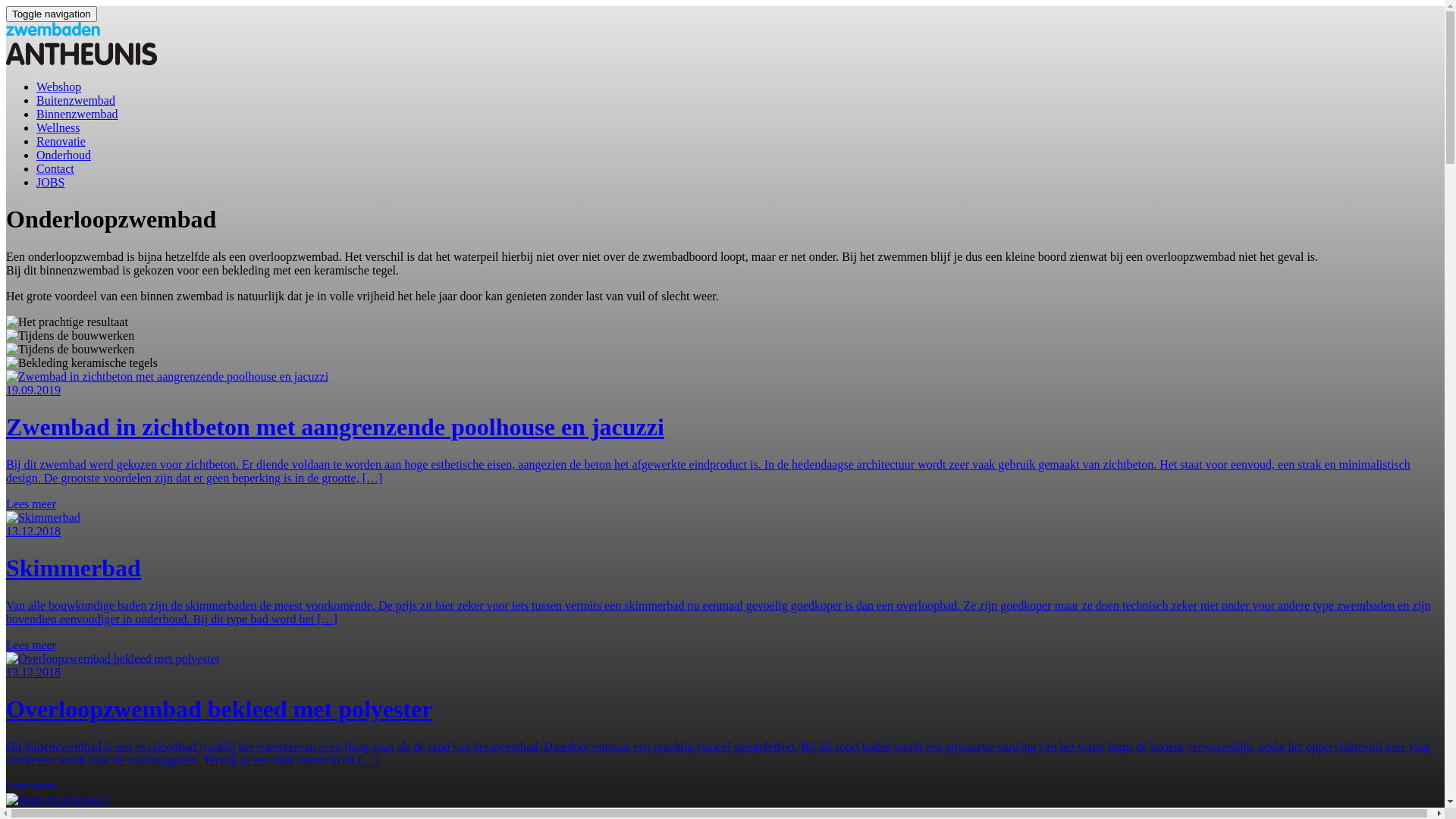 The height and width of the screenshot is (819, 1456). I want to click on 'Toggle navigation', so click(6, 14).